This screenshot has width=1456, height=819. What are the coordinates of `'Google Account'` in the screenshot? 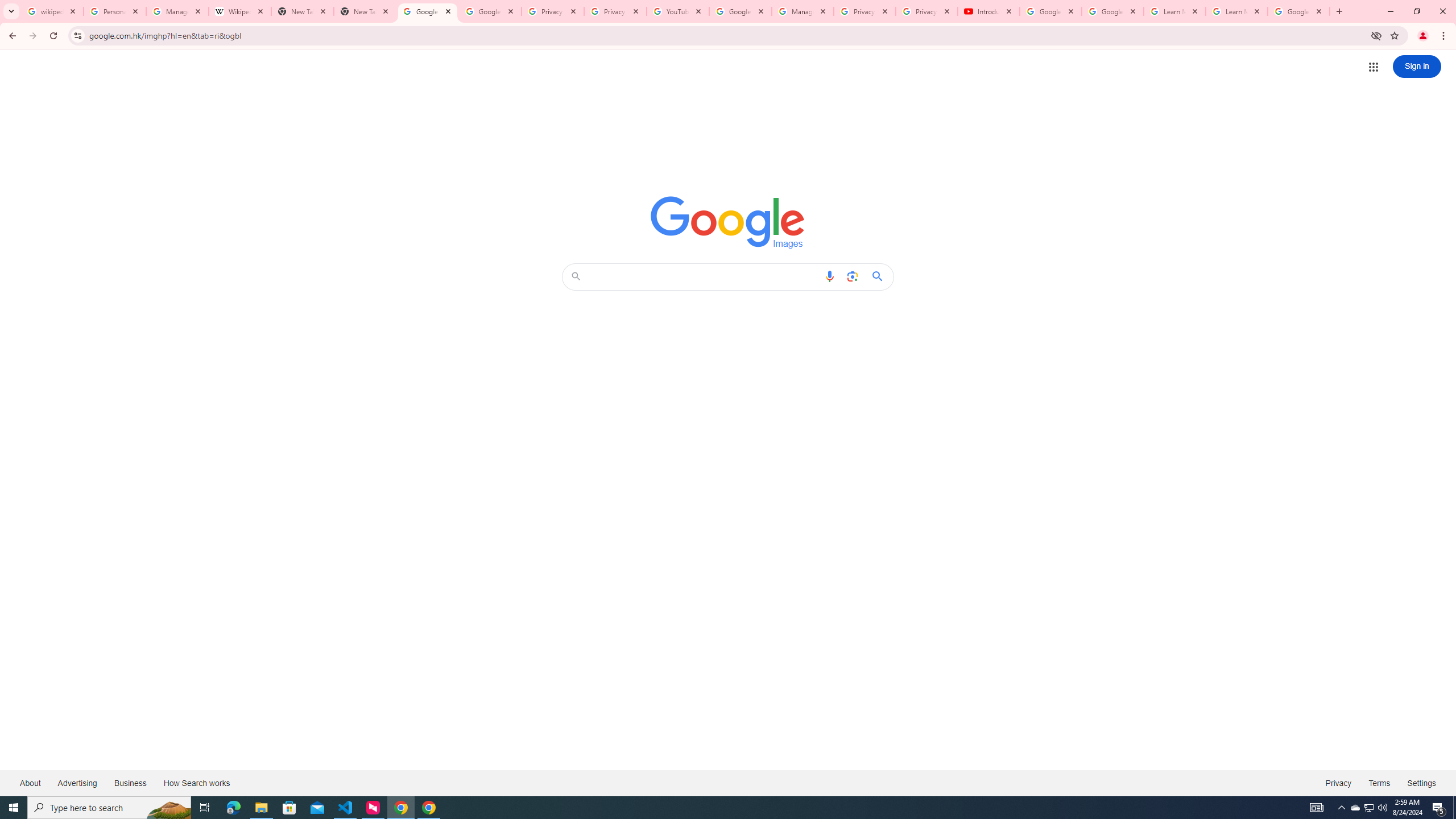 It's located at (1298, 11).